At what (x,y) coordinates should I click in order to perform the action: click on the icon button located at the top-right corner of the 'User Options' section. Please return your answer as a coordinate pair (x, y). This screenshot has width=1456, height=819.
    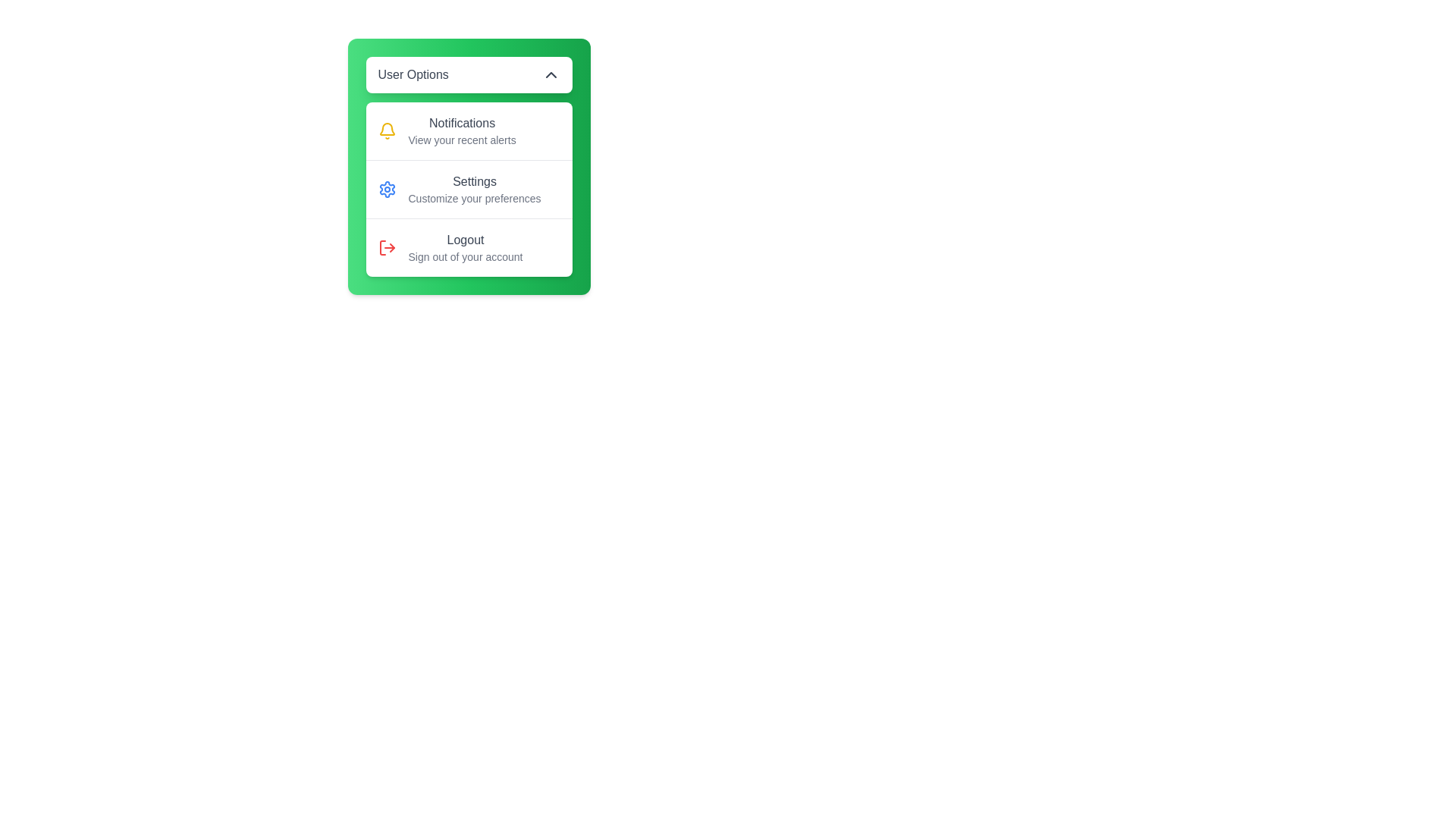
    Looking at the image, I should click on (550, 75).